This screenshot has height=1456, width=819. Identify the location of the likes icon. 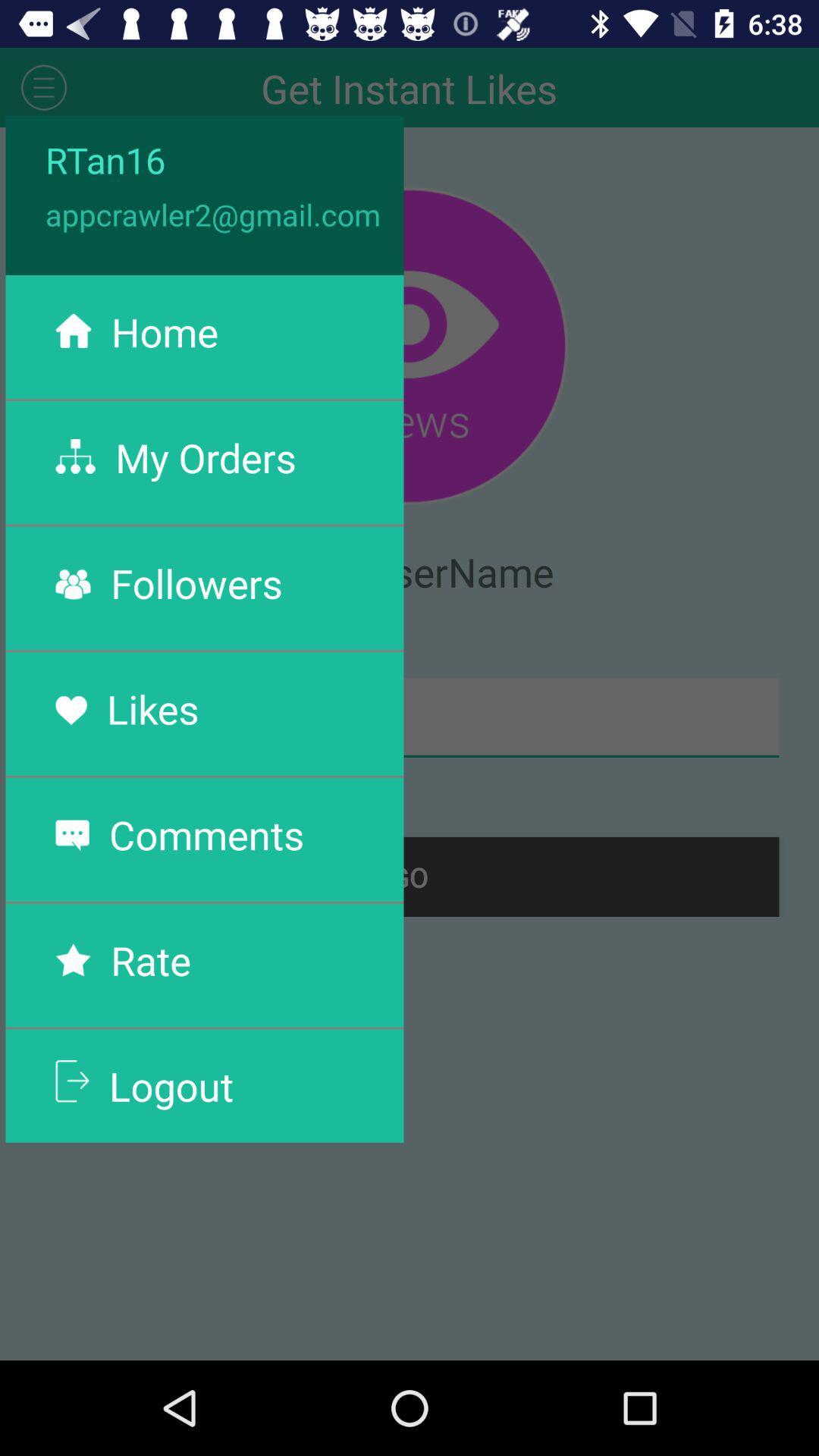
(152, 708).